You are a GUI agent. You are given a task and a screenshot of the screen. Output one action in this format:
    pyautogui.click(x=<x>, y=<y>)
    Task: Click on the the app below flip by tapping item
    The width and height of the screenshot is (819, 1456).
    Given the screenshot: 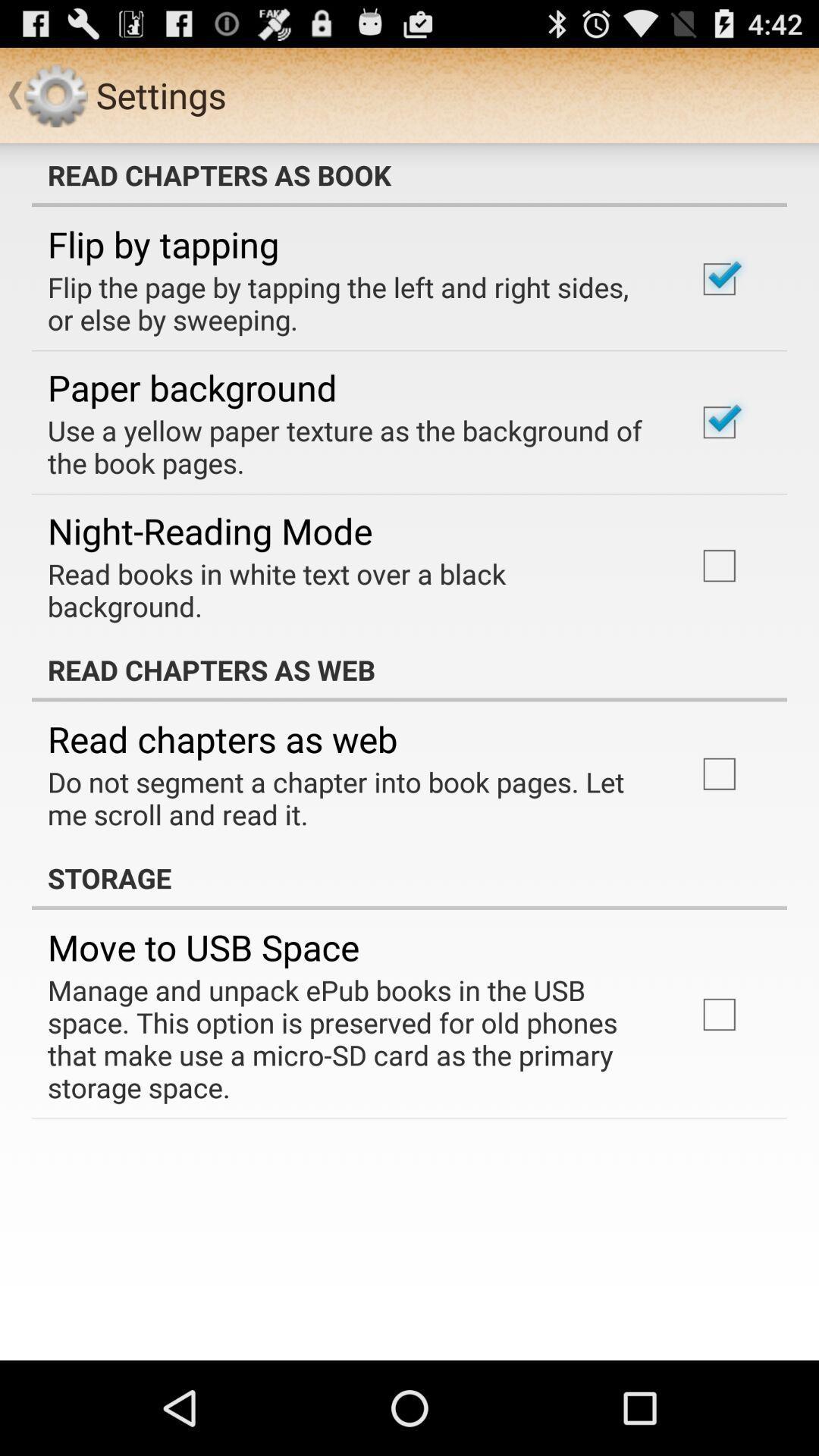 What is the action you would take?
    pyautogui.click(x=351, y=303)
    